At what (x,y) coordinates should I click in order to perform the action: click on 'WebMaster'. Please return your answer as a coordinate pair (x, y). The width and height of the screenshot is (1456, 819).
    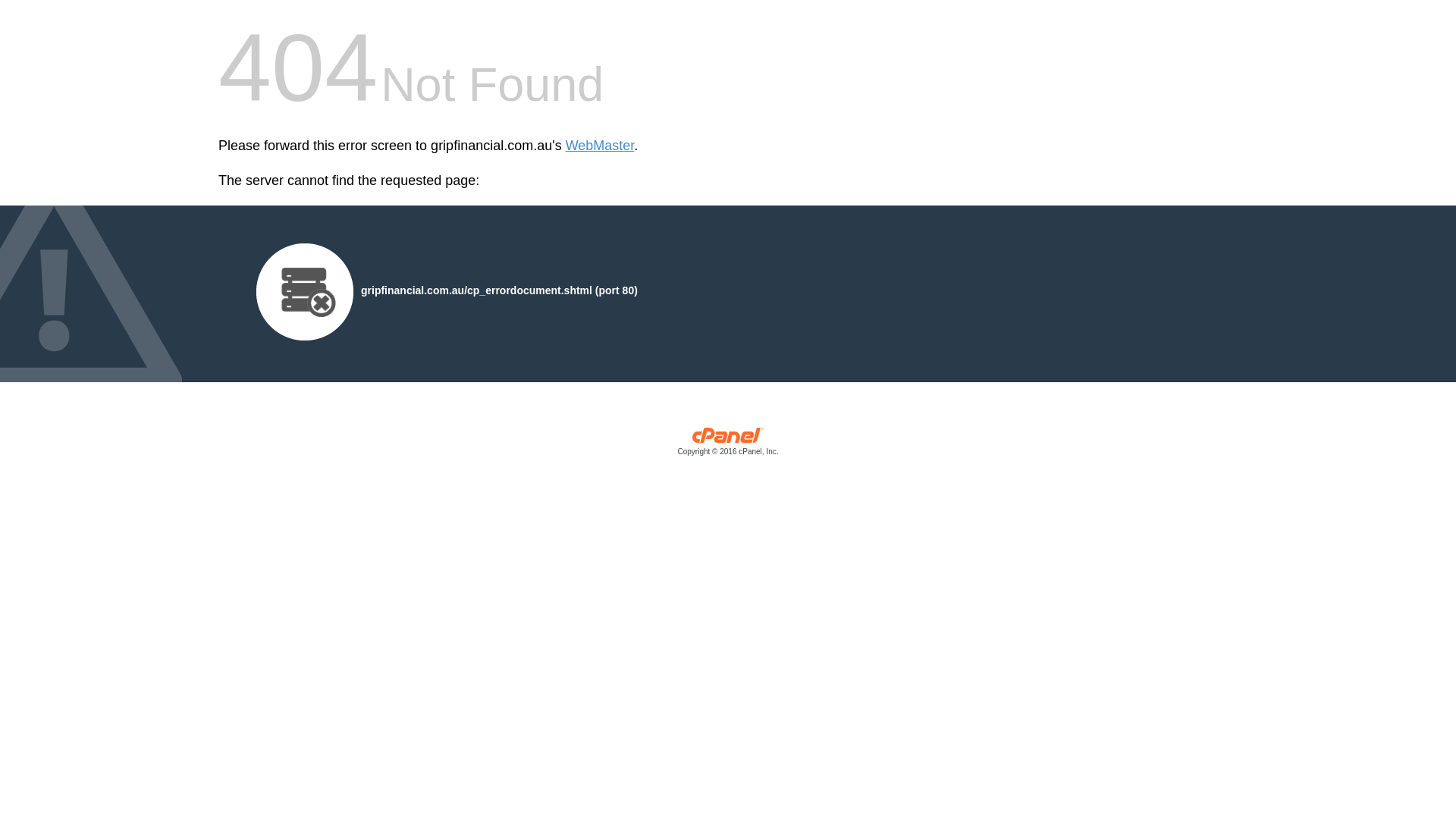
    Looking at the image, I should click on (599, 146).